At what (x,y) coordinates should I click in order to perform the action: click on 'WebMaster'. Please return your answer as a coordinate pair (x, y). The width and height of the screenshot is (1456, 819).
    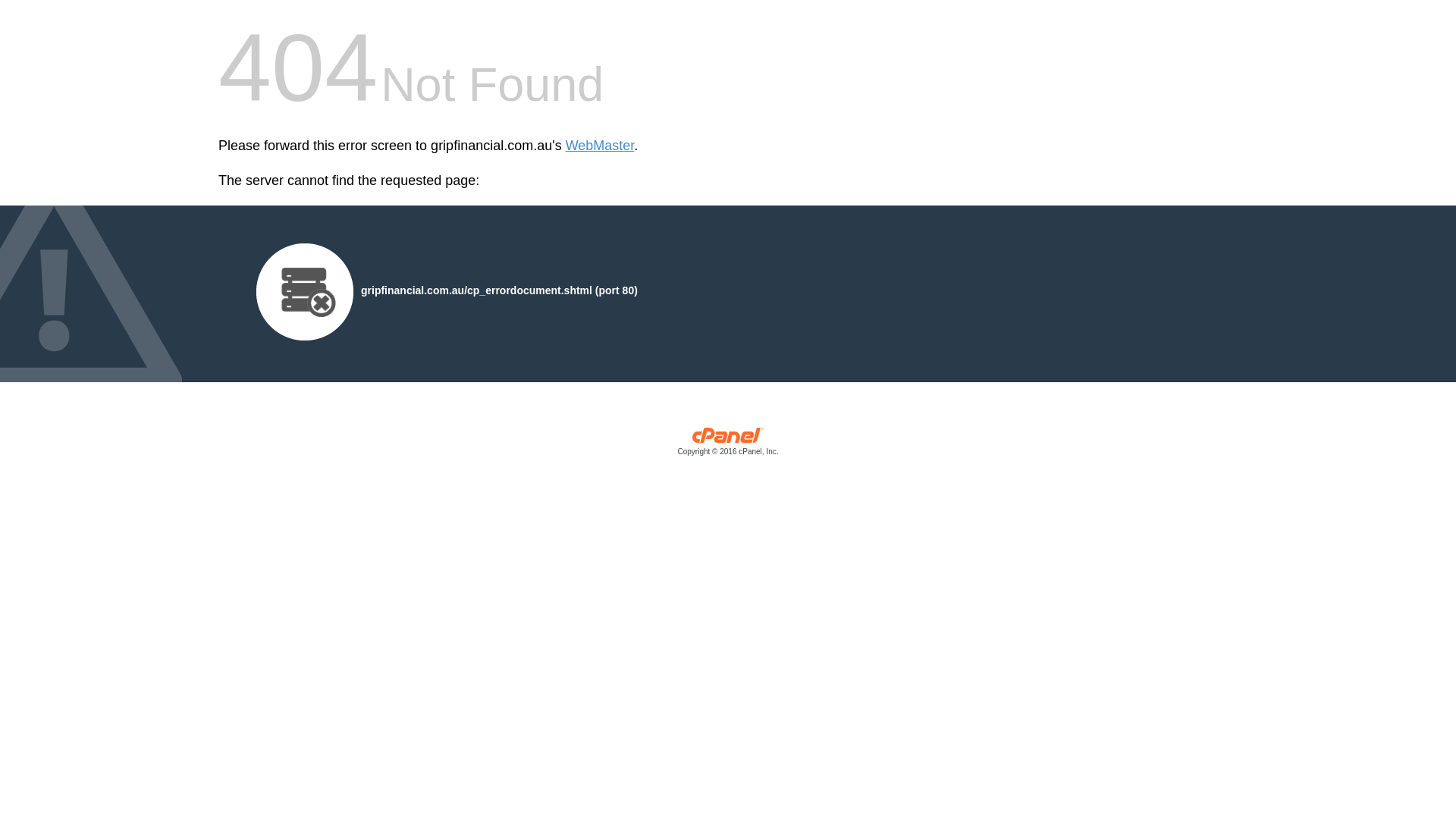
    Looking at the image, I should click on (599, 146).